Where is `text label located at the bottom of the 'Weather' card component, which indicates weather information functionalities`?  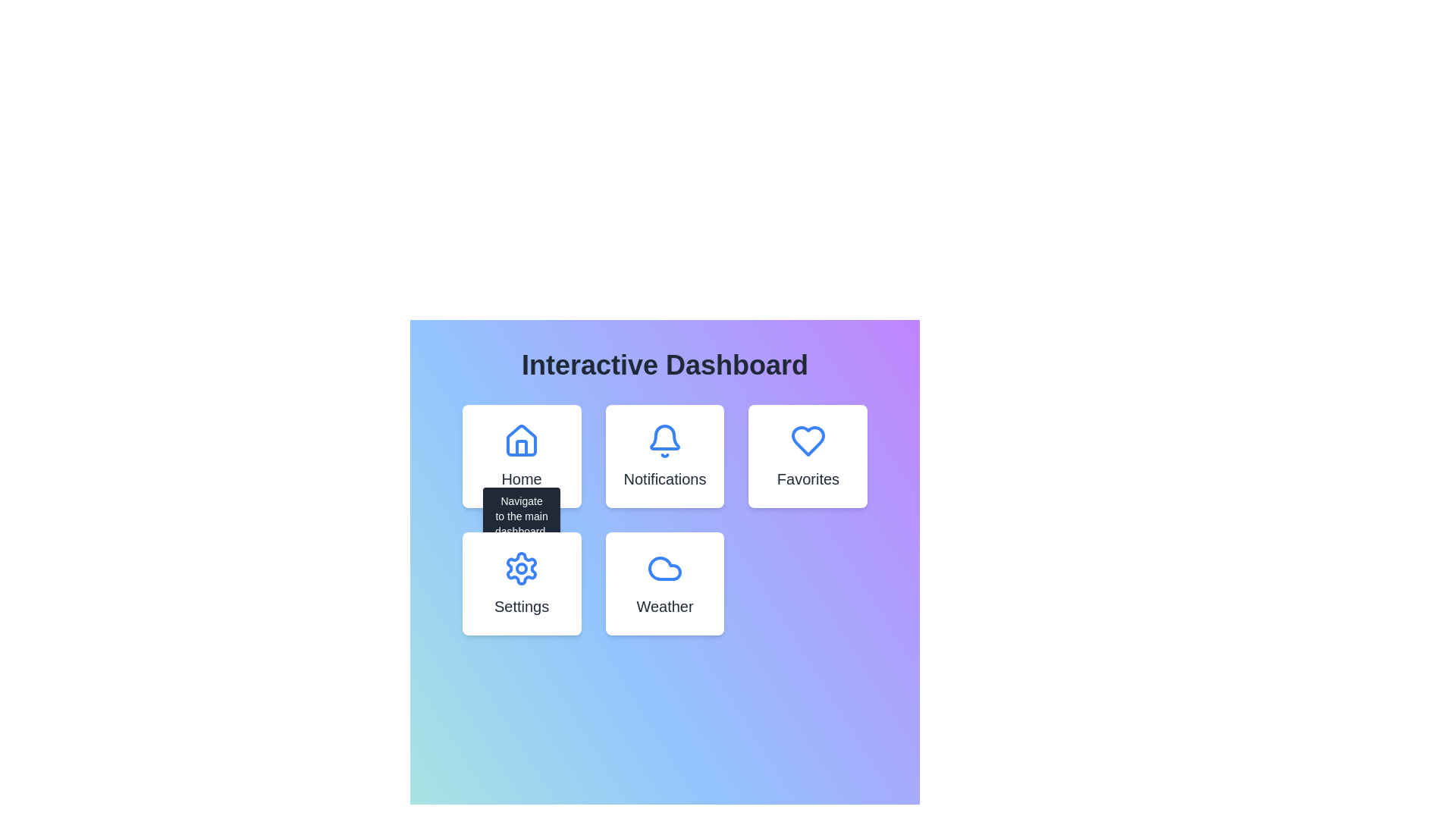
text label located at the bottom of the 'Weather' card component, which indicates weather information functionalities is located at coordinates (665, 605).